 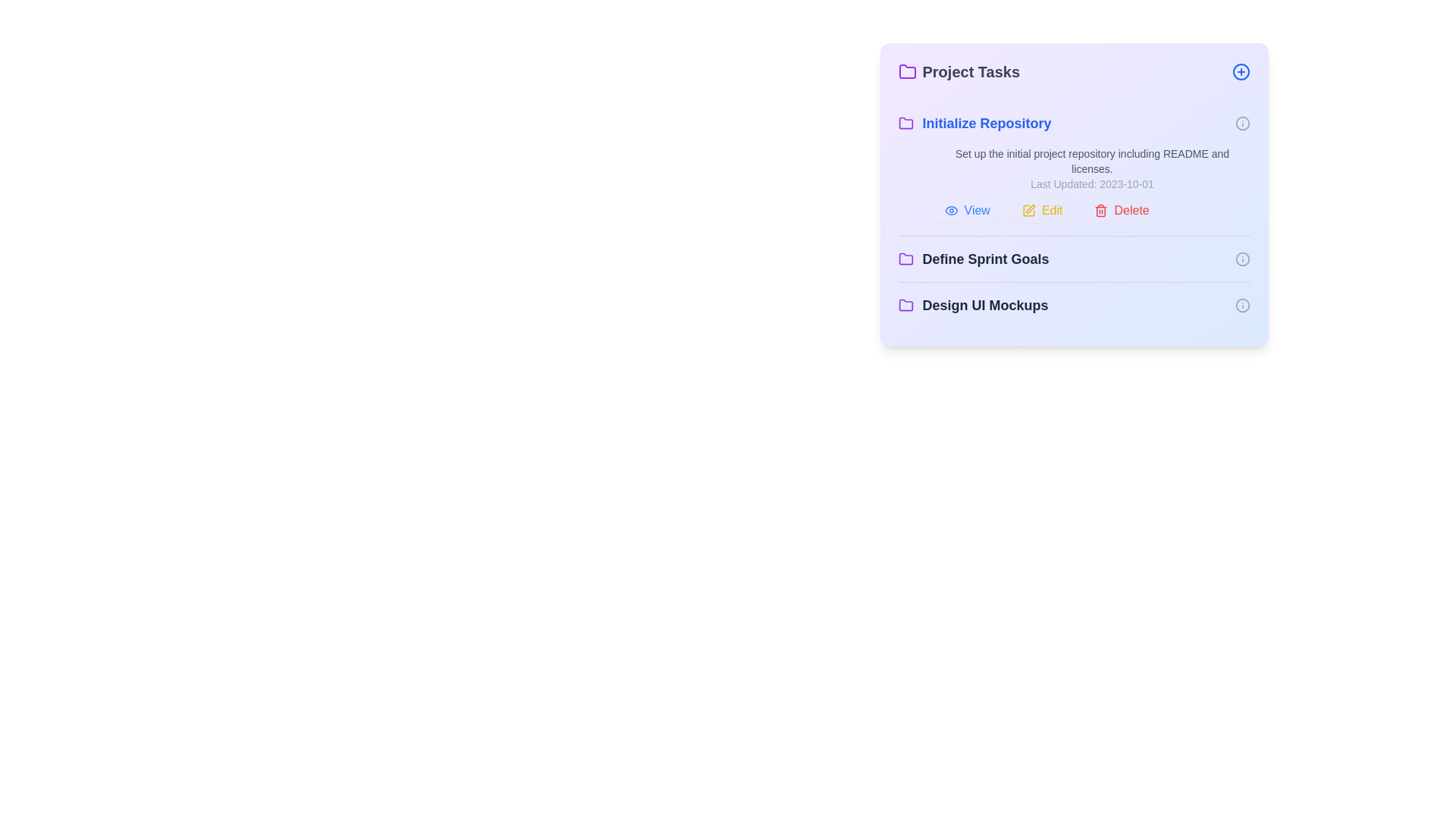 I want to click on the small circular icon button with a blue border and a '+' symbol inside it, located at the top-right corner of the 'Project Tasks' section, so click(x=1241, y=72).